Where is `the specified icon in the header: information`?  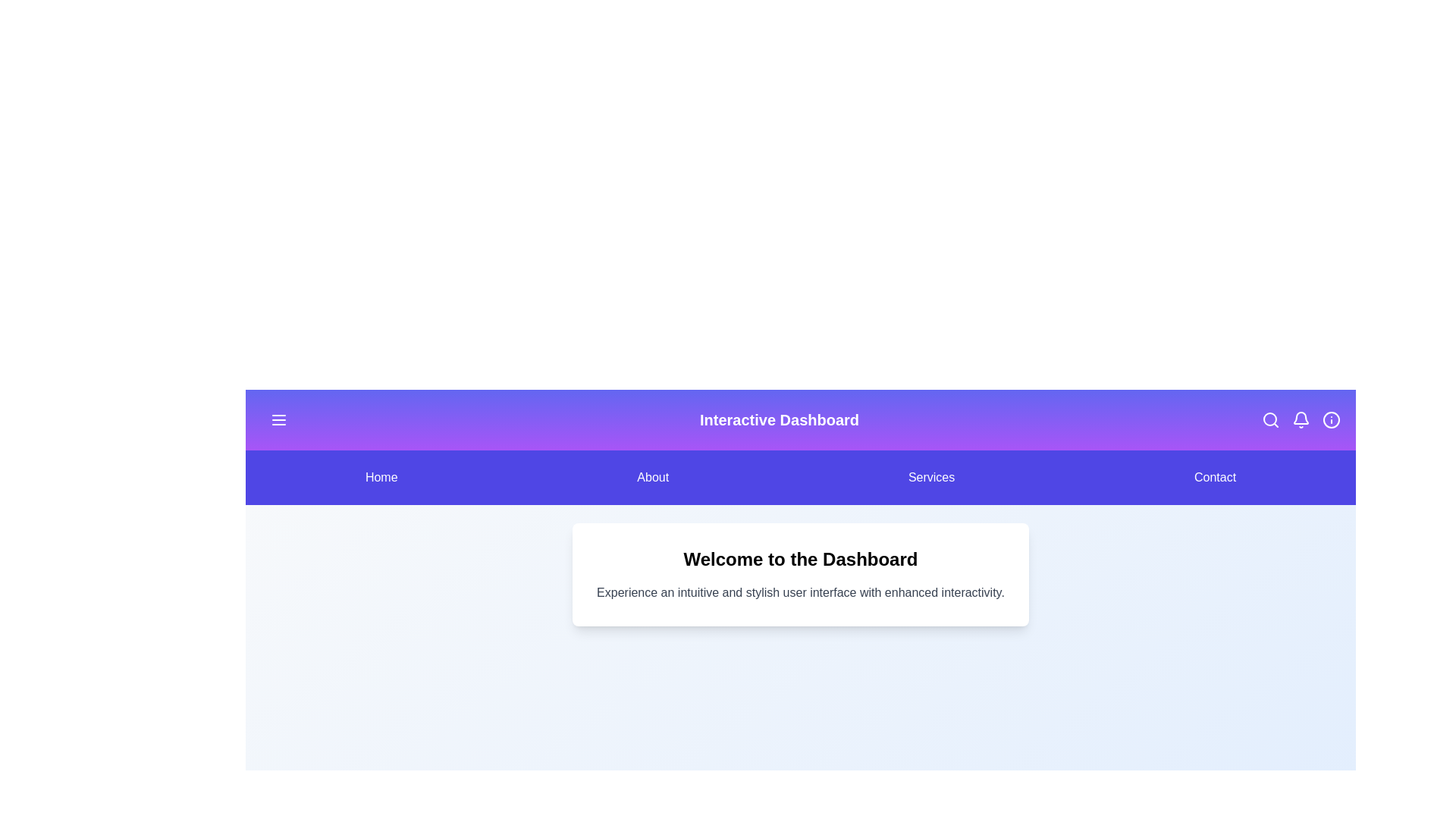
the specified icon in the header: information is located at coordinates (1331, 420).